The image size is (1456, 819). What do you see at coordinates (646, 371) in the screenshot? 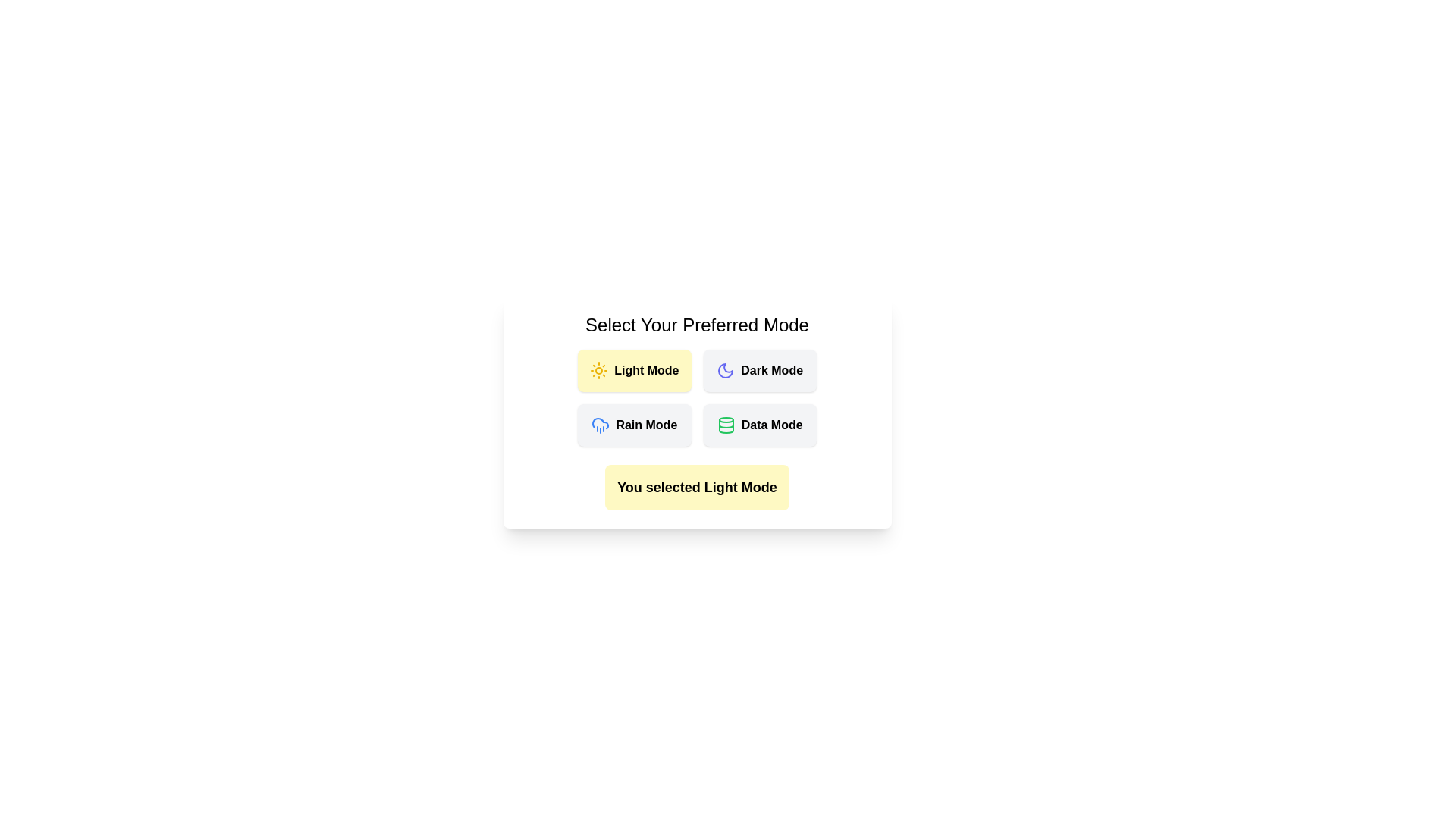
I see `the 'Light Mode' text label, which is styled in bold and located under 'Select Your Preferred Mode' in the UI control group` at bounding box center [646, 371].